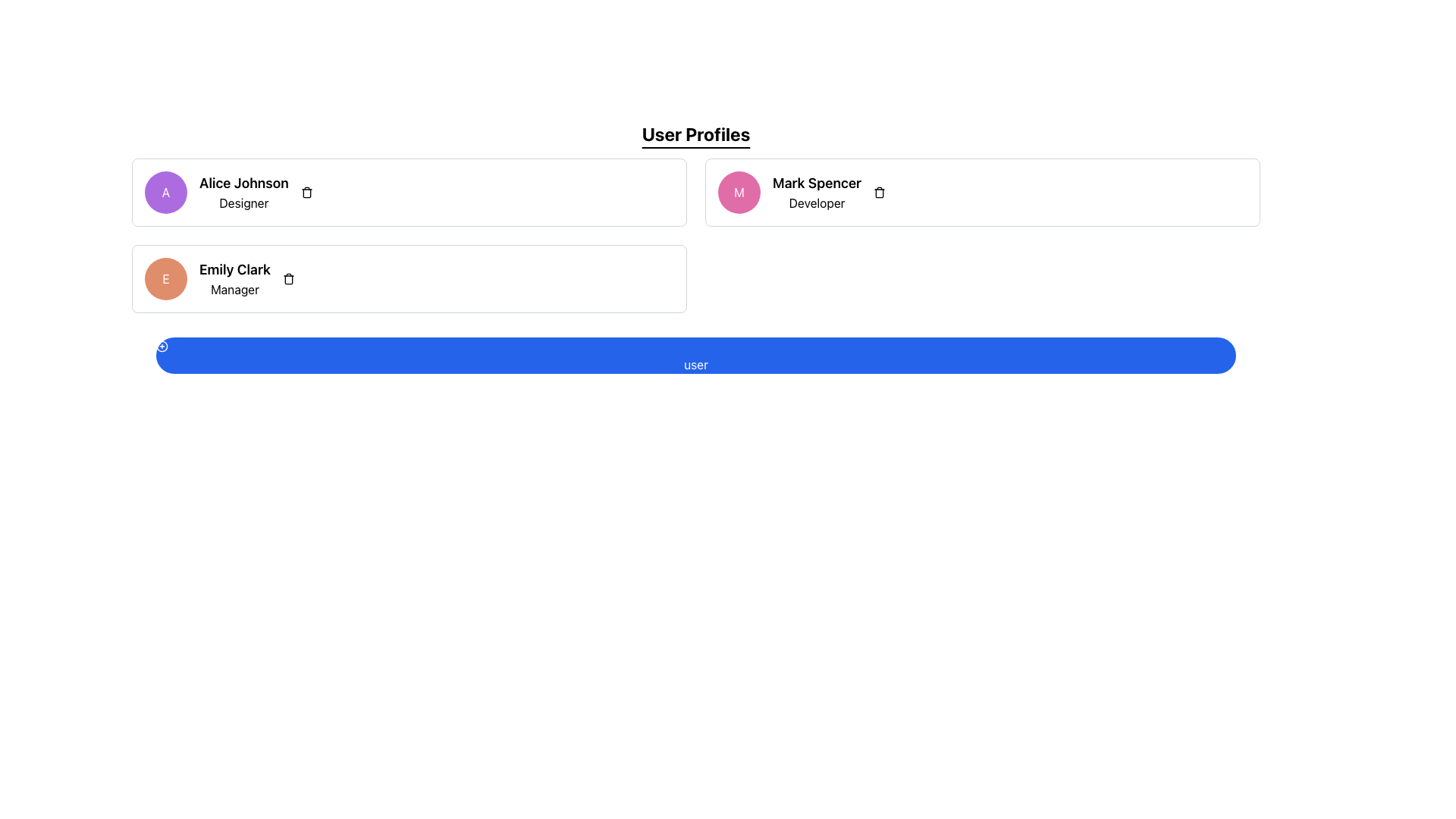 This screenshot has height=819, width=1456. Describe the element at coordinates (234, 289) in the screenshot. I see `the text label displaying the word 'Manager', which is styled with a standard font and medium weight, located directly below the 'Emily Clark' name label` at that location.